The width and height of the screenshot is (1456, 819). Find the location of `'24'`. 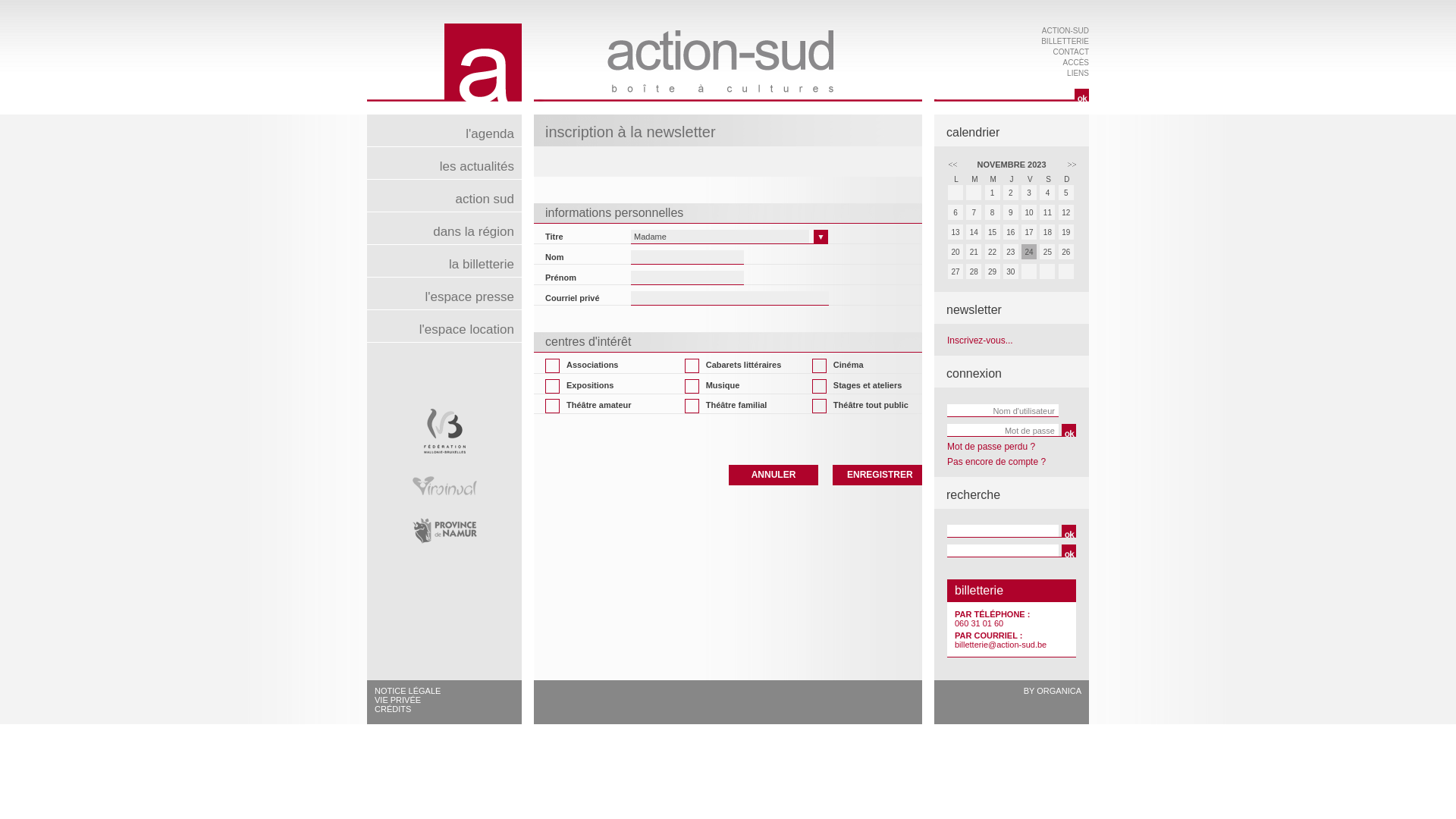

'24' is located at coordinates (1030, 253).